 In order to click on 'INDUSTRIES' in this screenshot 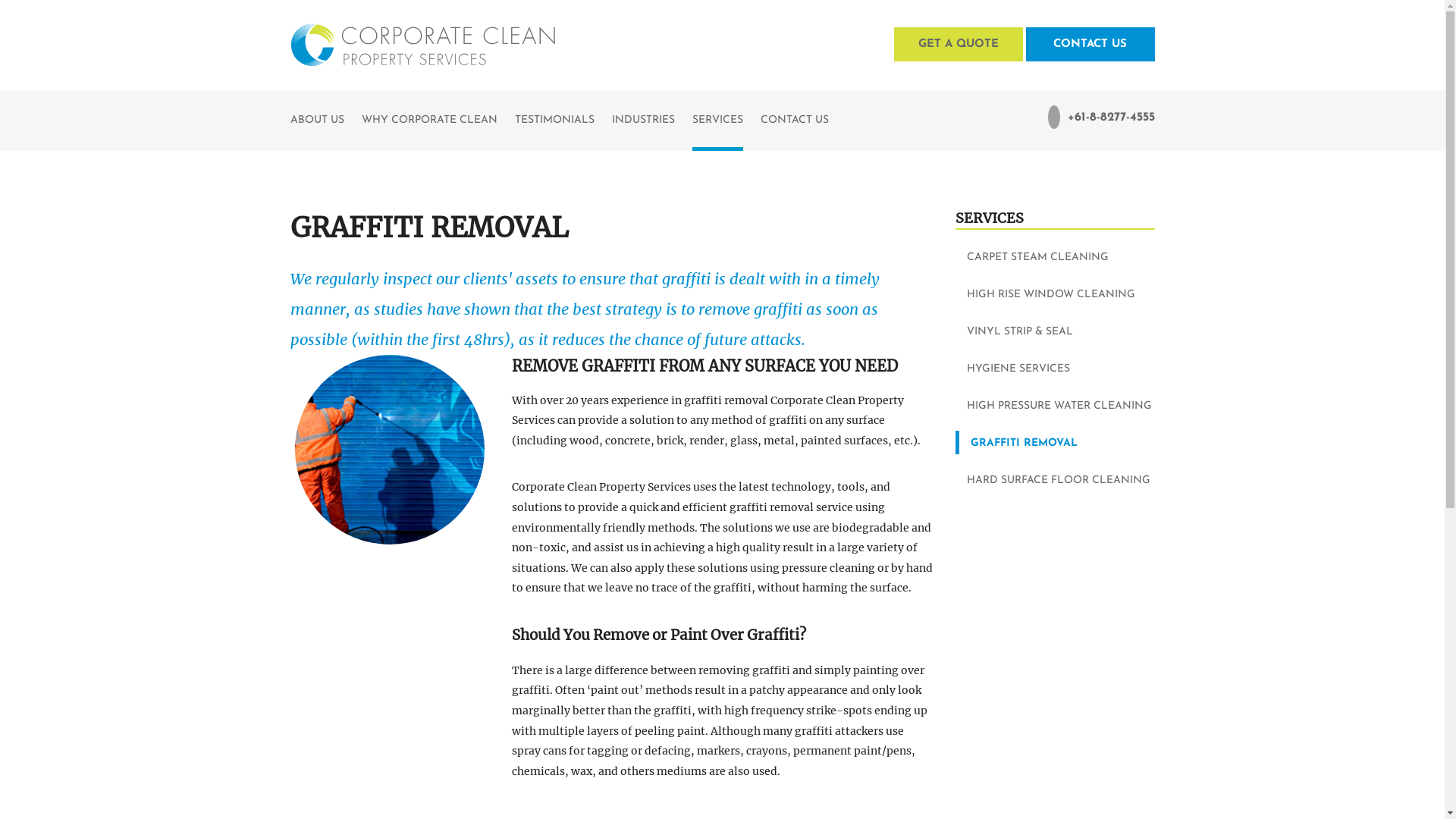, I will do `click(642, 119)`.